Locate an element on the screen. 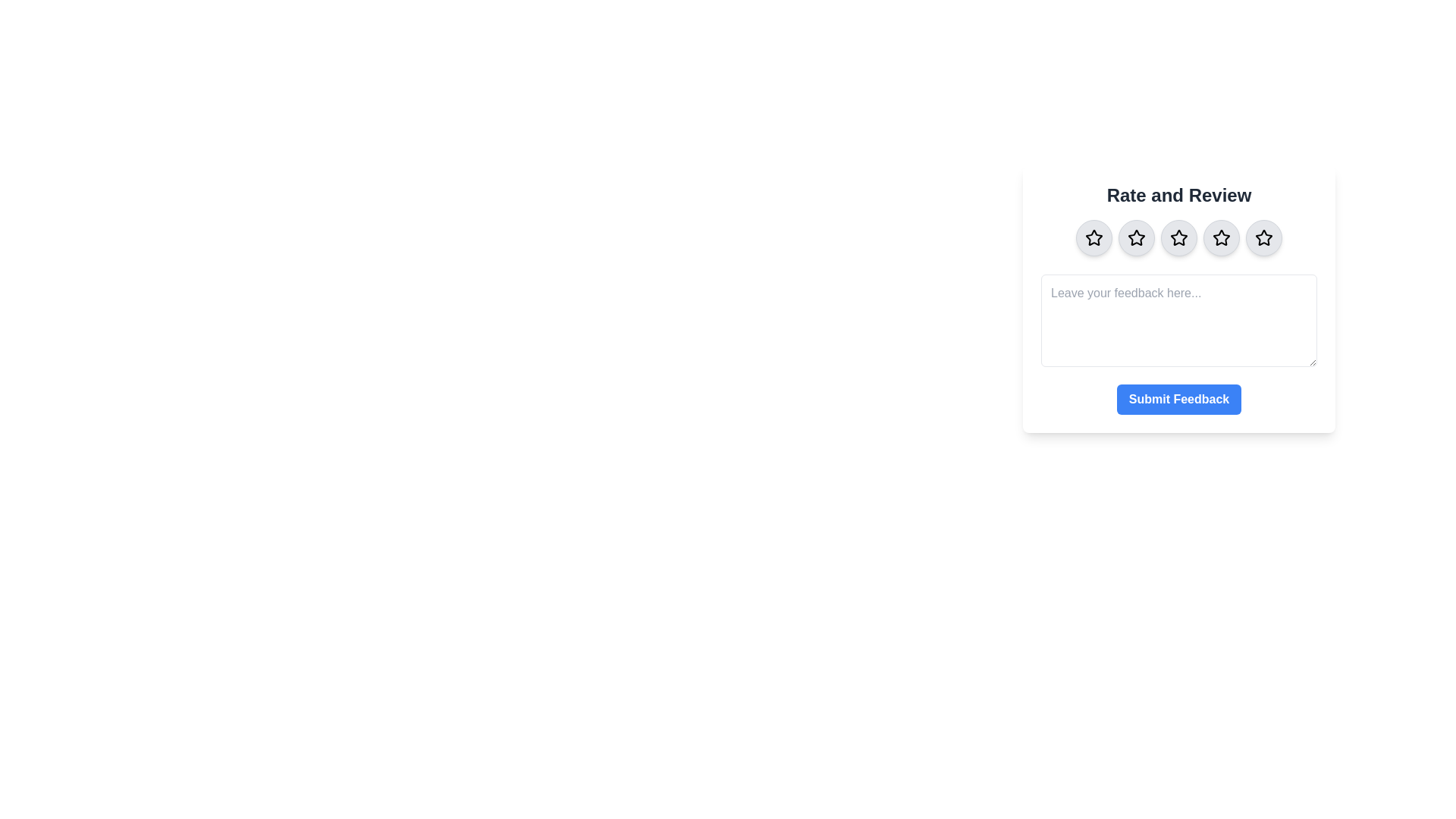 The width and height of the screenshot is (1456, 819). the third star icon in the horizontal row of star rating icons is located at coordinates (1178, 237).